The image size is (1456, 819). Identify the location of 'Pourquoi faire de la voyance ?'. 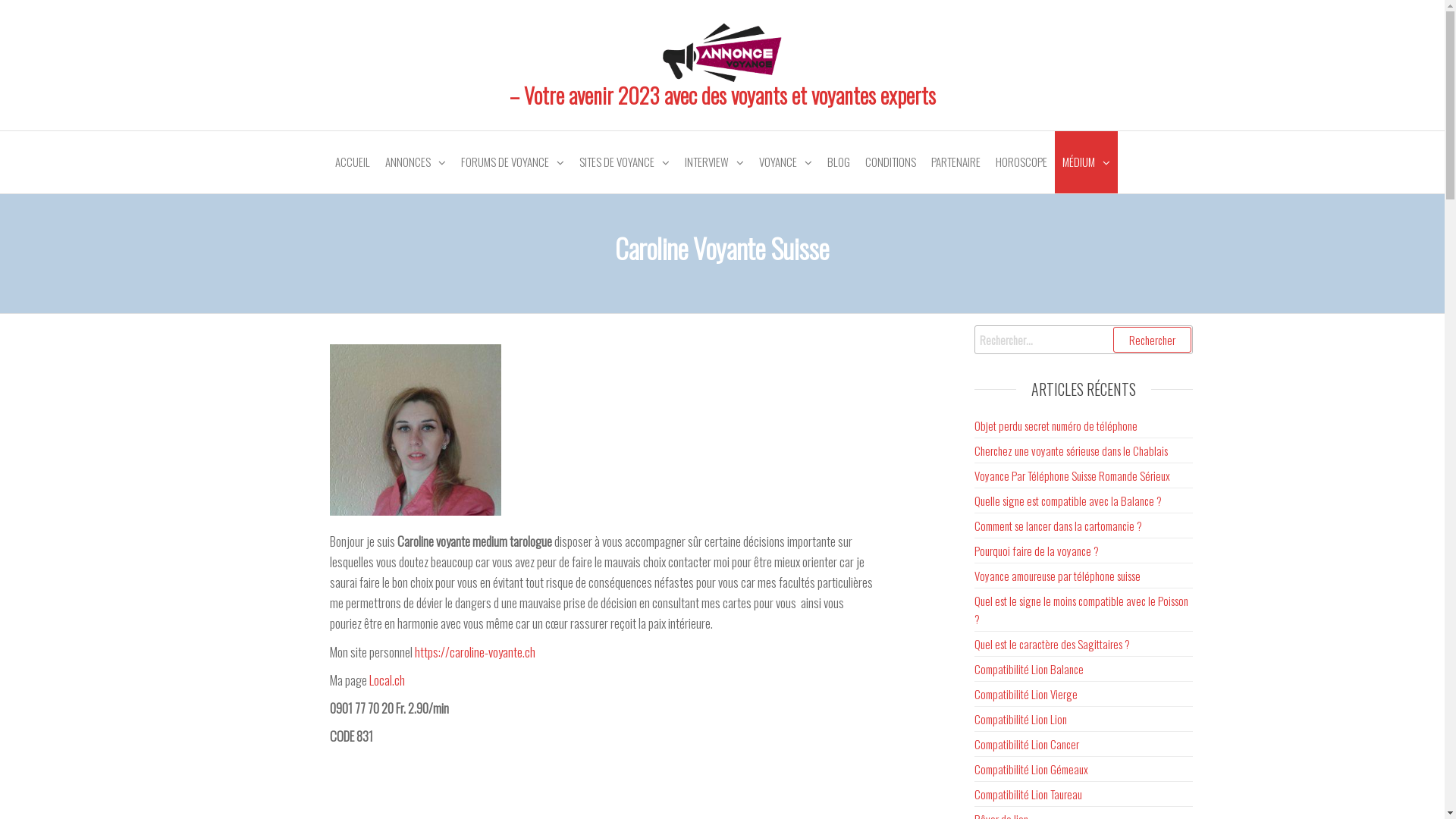
(1036, 550).